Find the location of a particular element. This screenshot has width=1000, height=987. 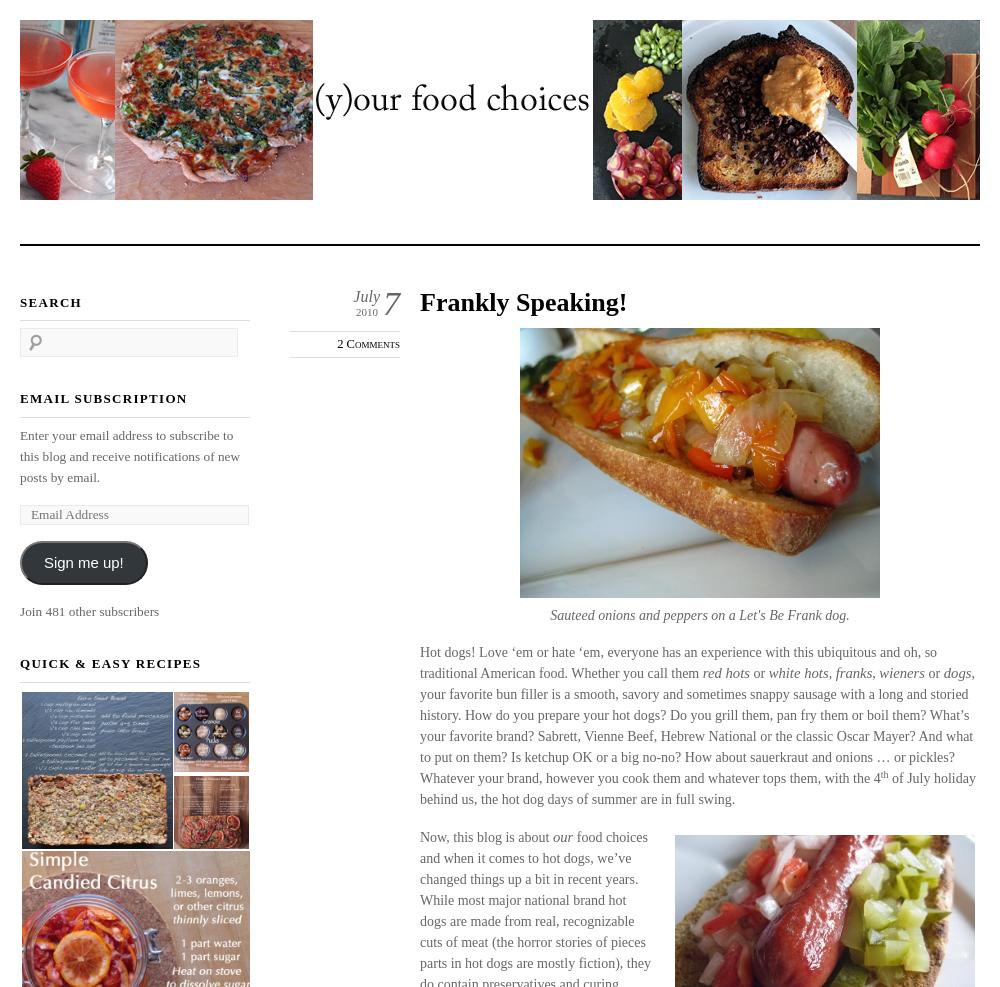

'Frankly Speaking!' is located at coordinates (523, 301).